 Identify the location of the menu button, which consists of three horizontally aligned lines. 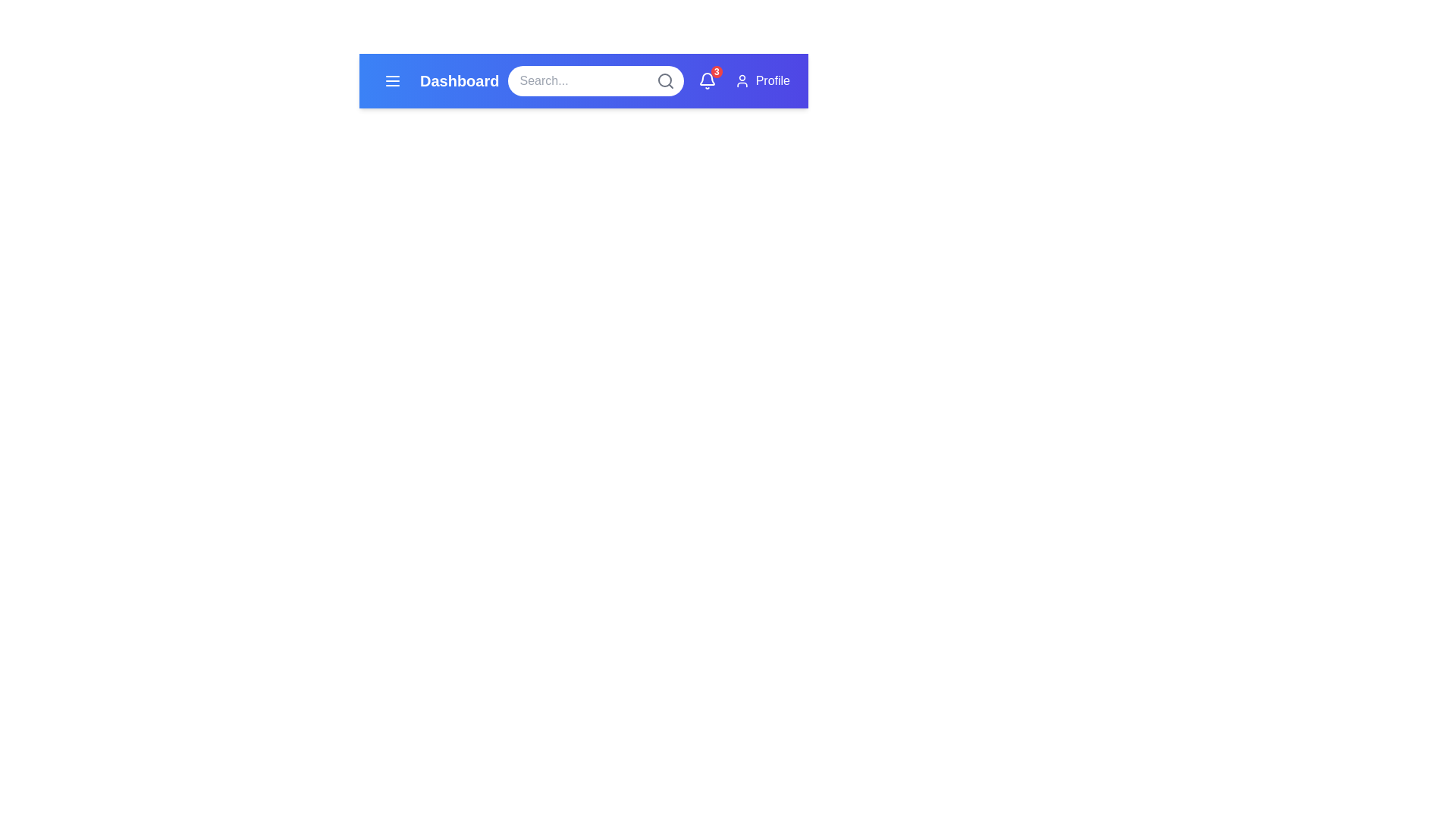
(393, 81).